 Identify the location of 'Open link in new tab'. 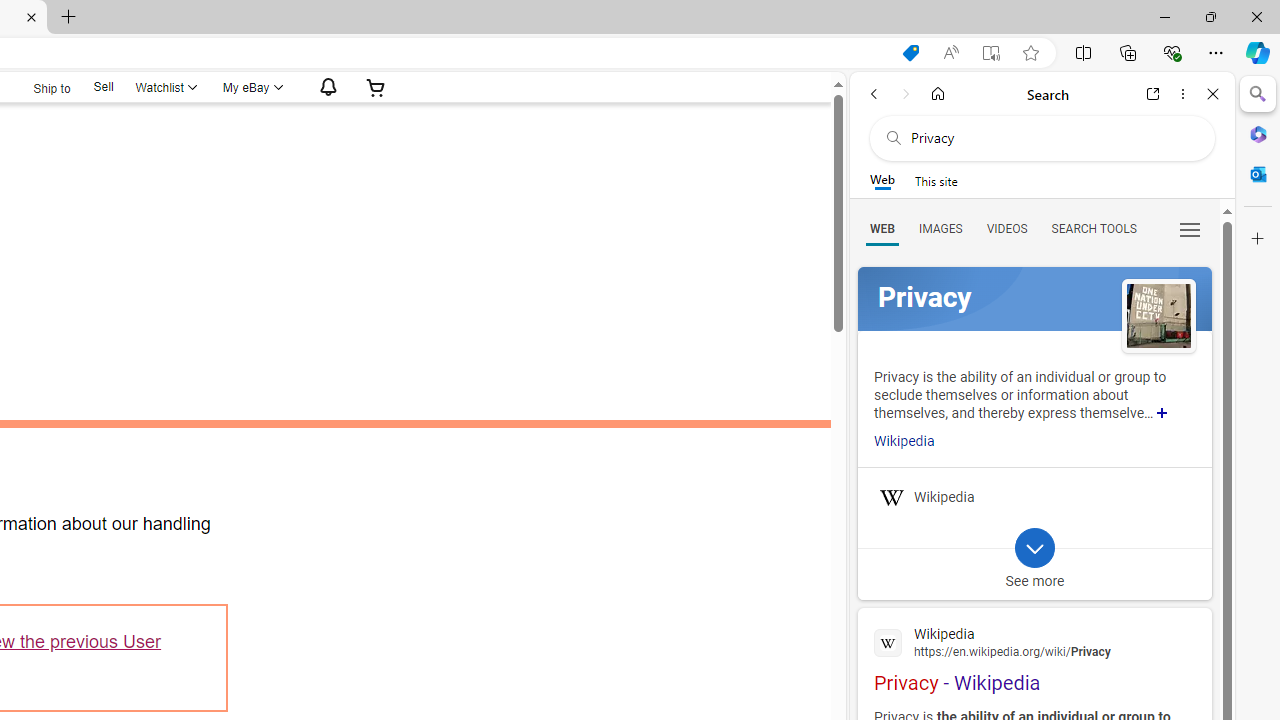
(1153, 93).